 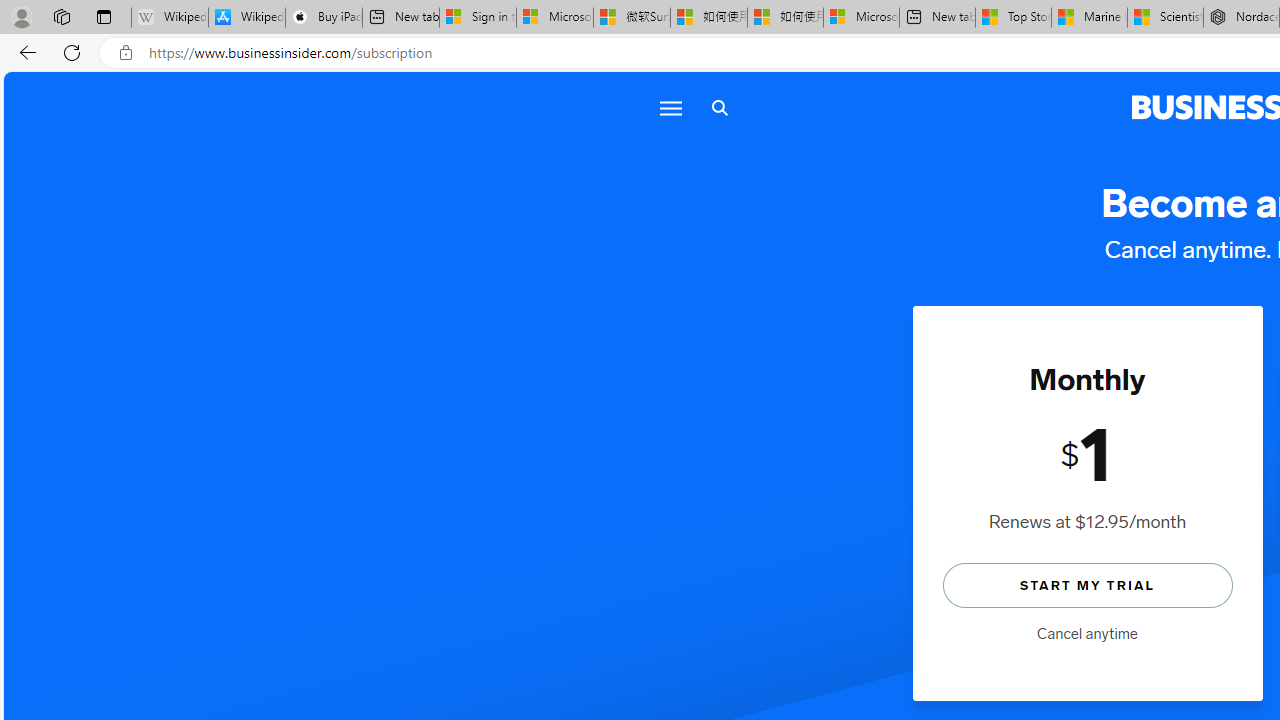 What do you see at coordinates (669, 108) in the screenshot?
I see `'Menu'` at bounding box center [669, 108].